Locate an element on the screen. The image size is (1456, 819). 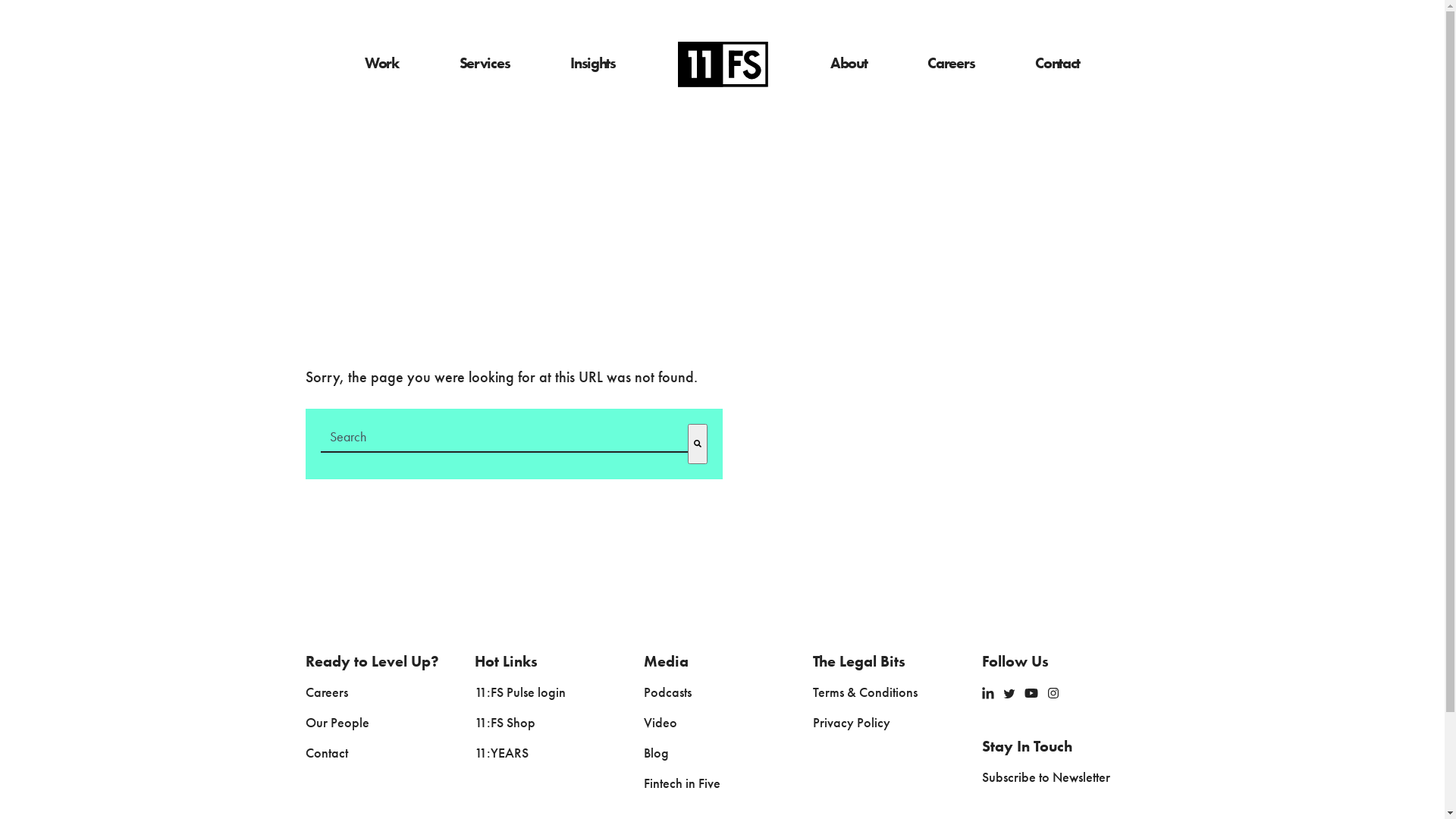
'YouTube' is located at coordinates (1031, 692).